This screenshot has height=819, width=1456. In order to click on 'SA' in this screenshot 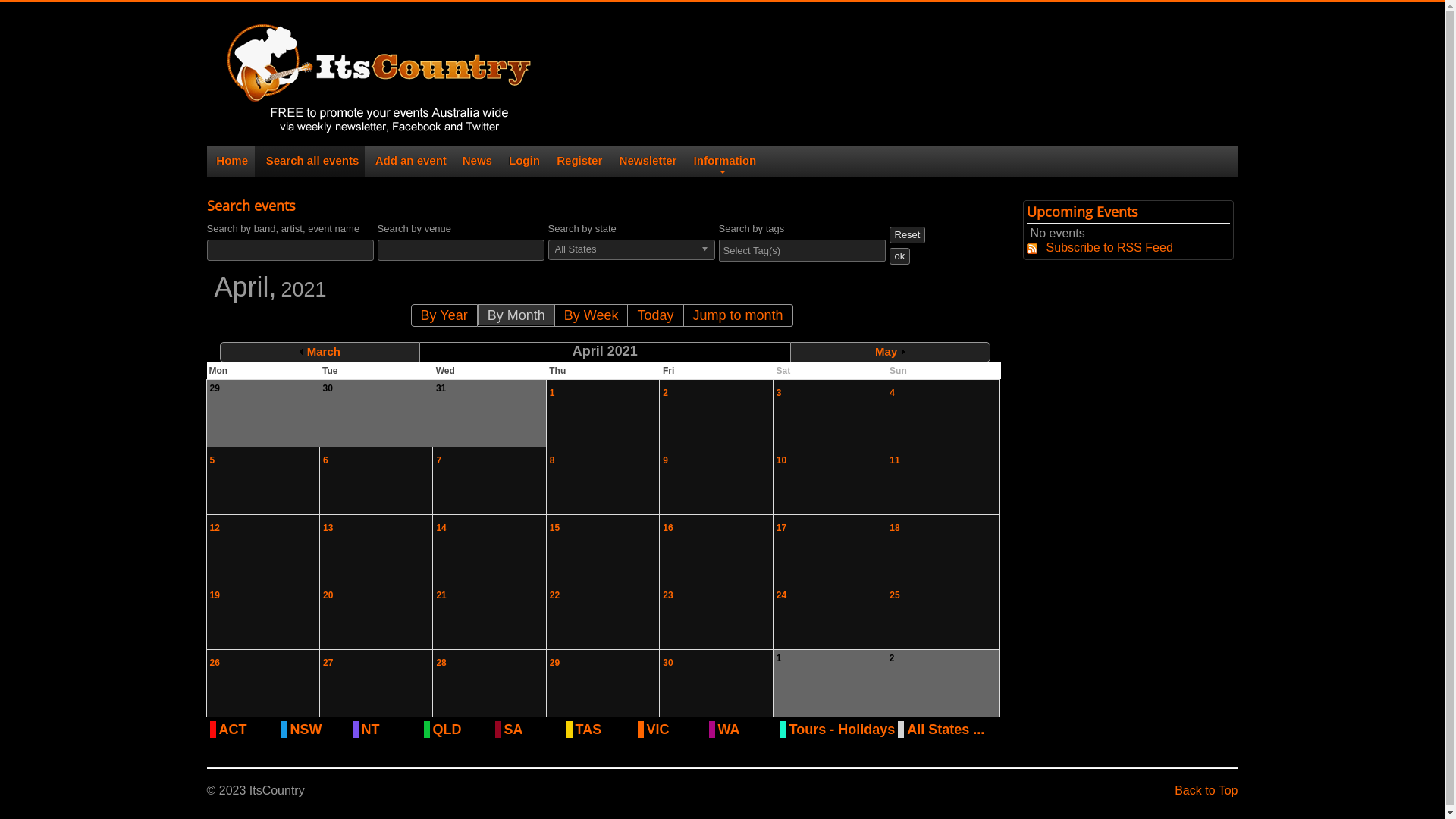, I will do `click(532, 728)`.